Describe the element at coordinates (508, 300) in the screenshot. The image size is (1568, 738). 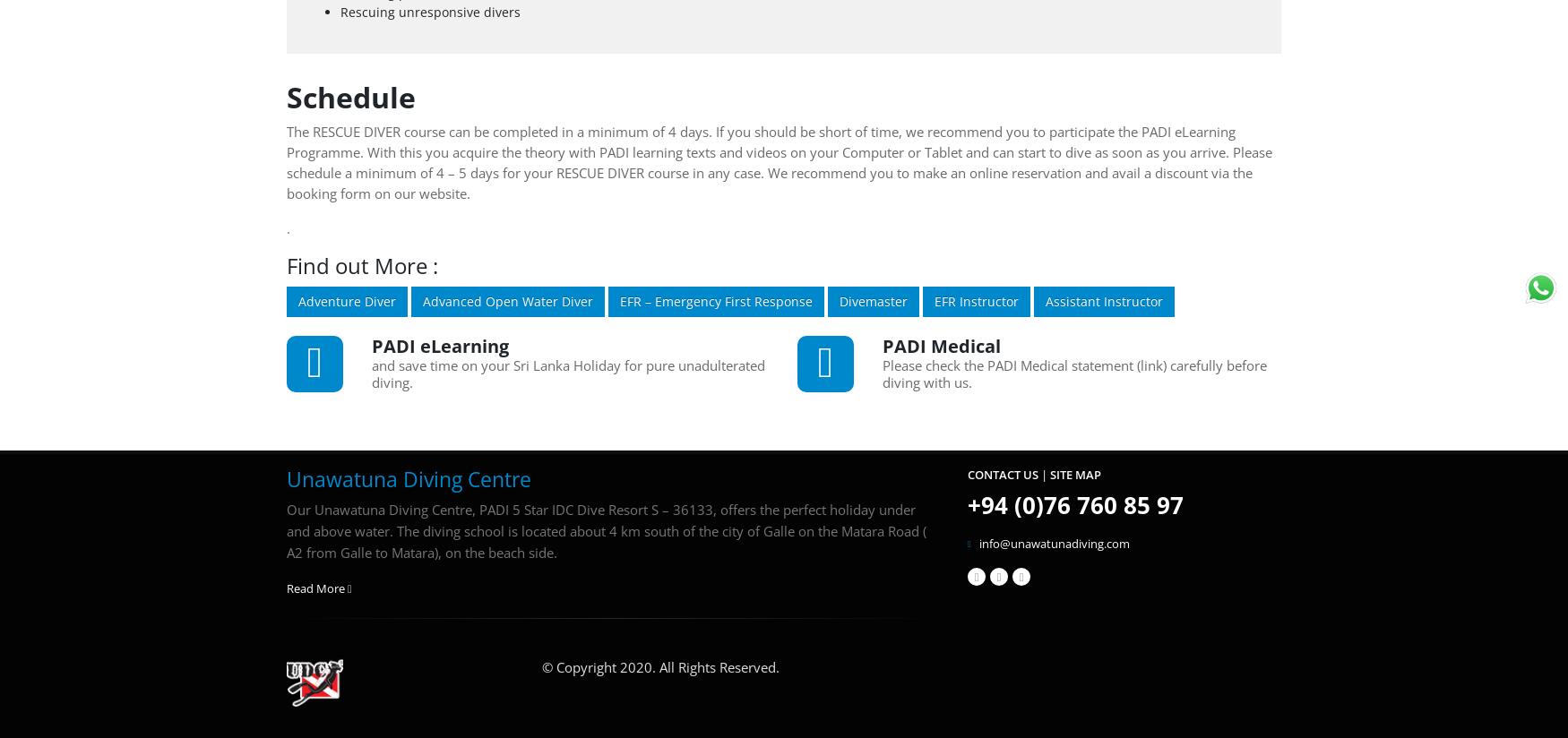
I see `'Advanced Open Water Diver'` at that location.